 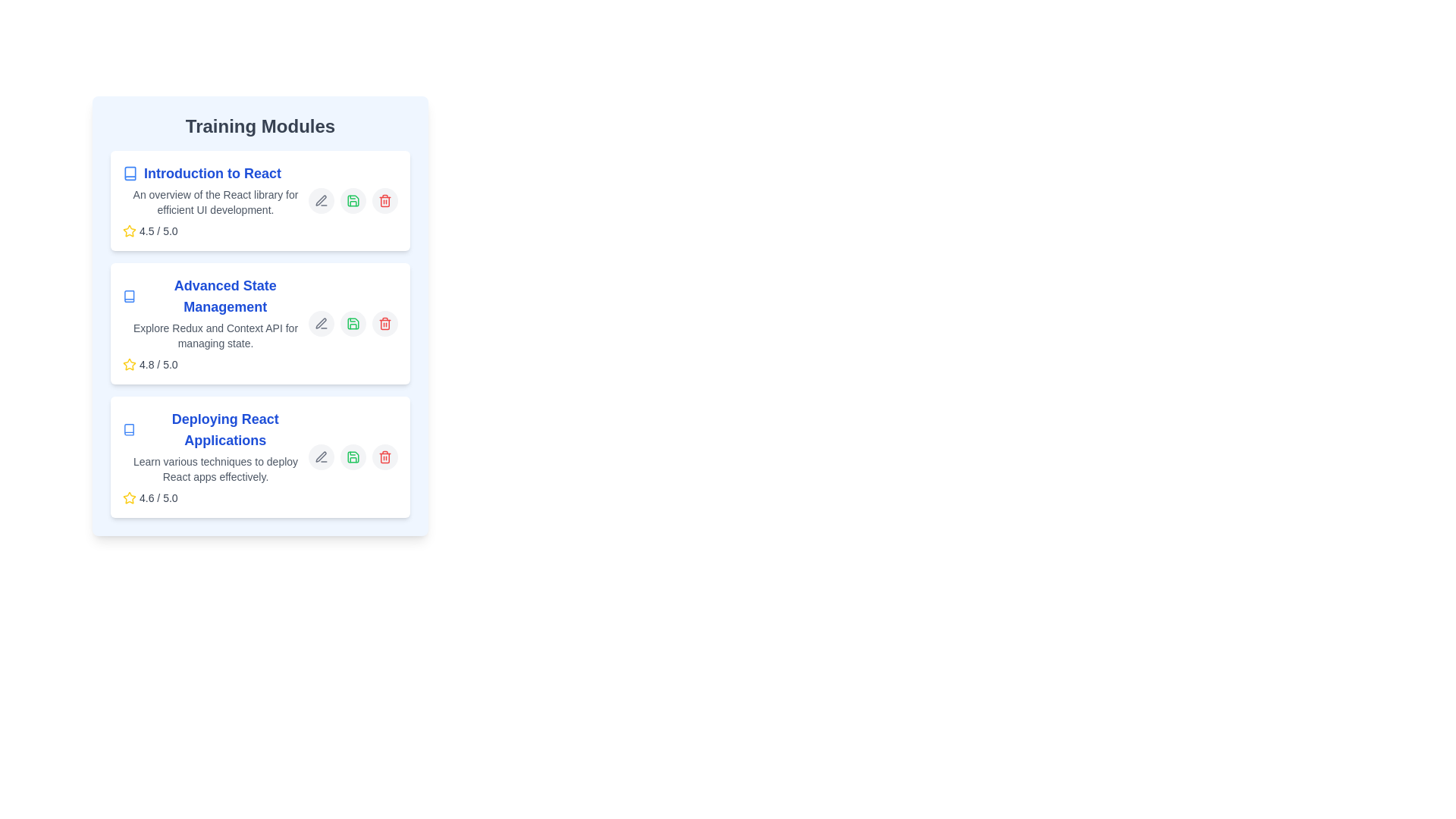 I want to click on the Star Icon located at the bottom-right corner of the 'Deploying React Applications' module, which serves as a rating indicator for the training module, so click(x=130, y=364).